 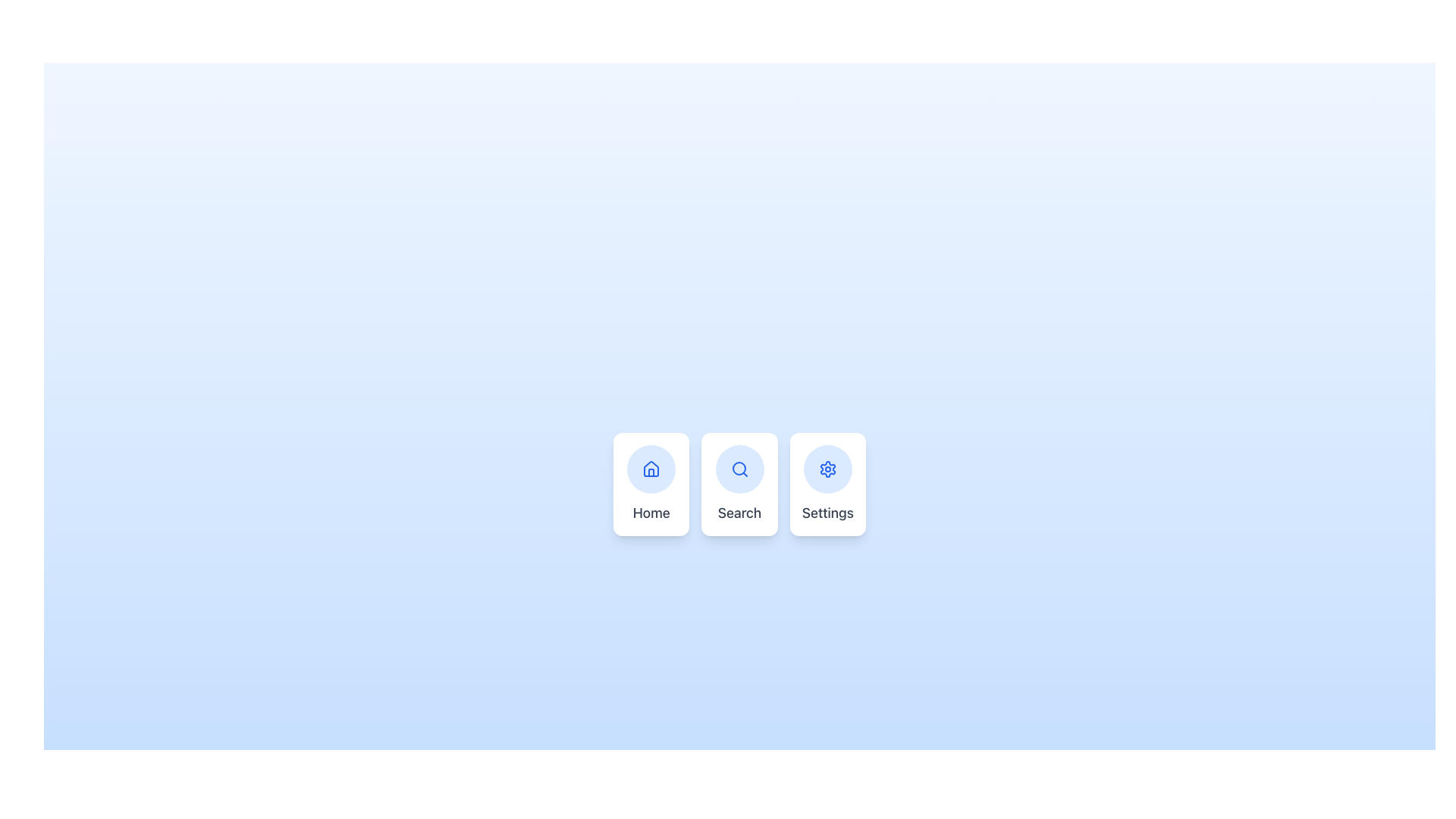 I want to click on the search Button-like card located in the center of a three-card layout, which is flanked by the 'Home' card on the left and the 'Settings' card on the right, so click(x=739, y=485).